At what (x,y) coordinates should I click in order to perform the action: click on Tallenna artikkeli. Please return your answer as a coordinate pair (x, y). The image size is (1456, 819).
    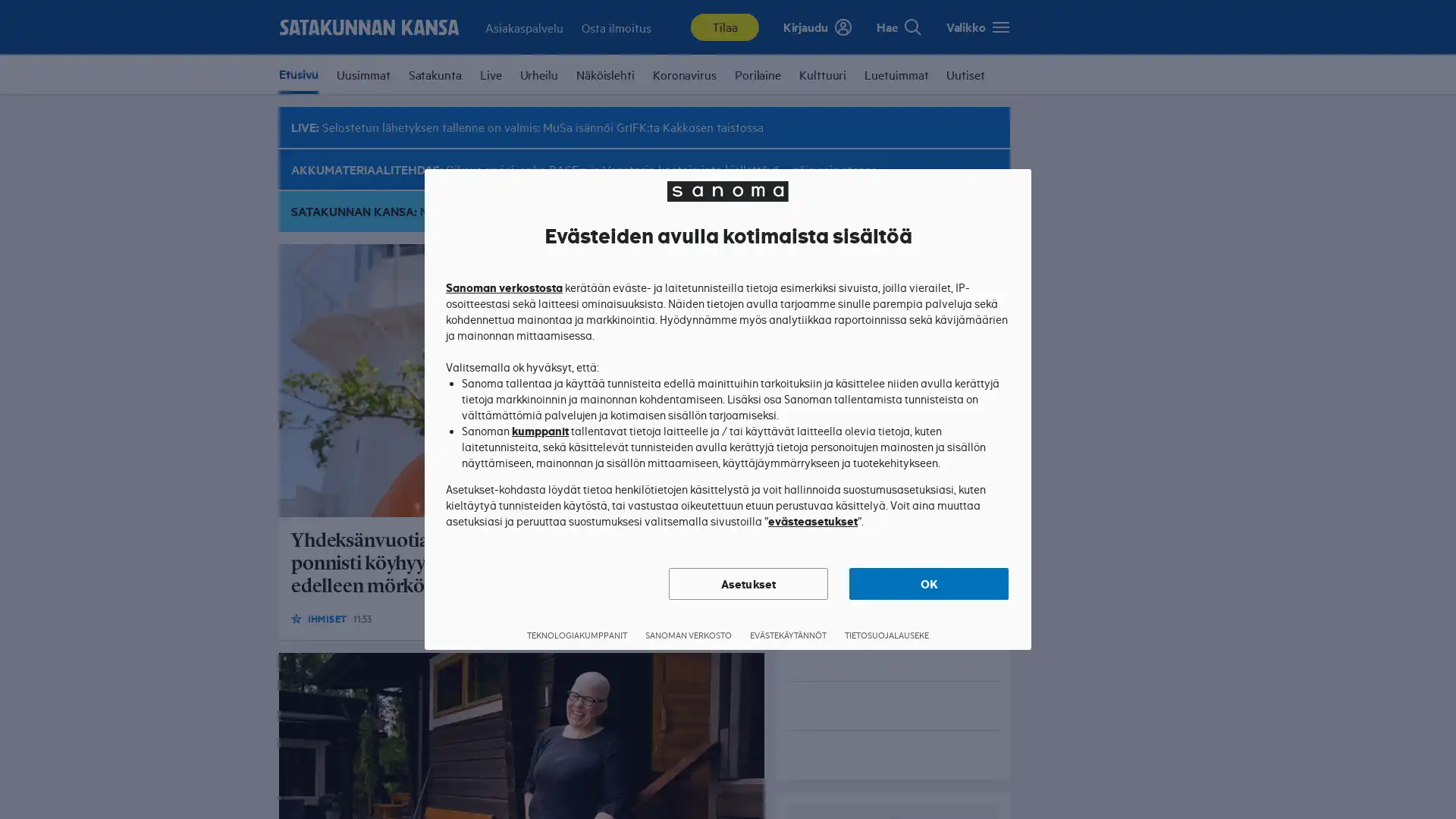
    Looking at the image, I should click on (742, 617).